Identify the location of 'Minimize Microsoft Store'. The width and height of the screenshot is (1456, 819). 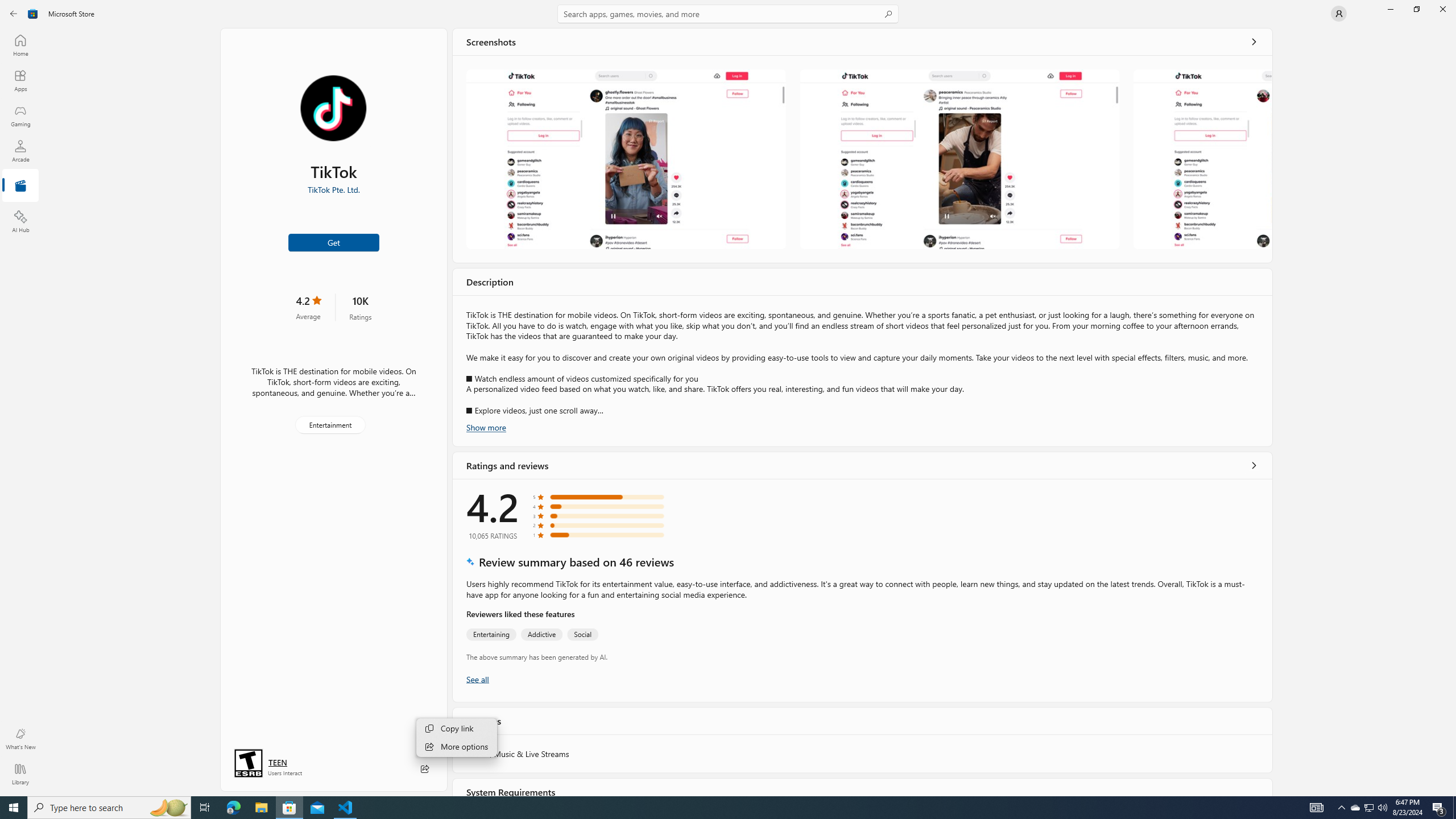
(1389, 9).